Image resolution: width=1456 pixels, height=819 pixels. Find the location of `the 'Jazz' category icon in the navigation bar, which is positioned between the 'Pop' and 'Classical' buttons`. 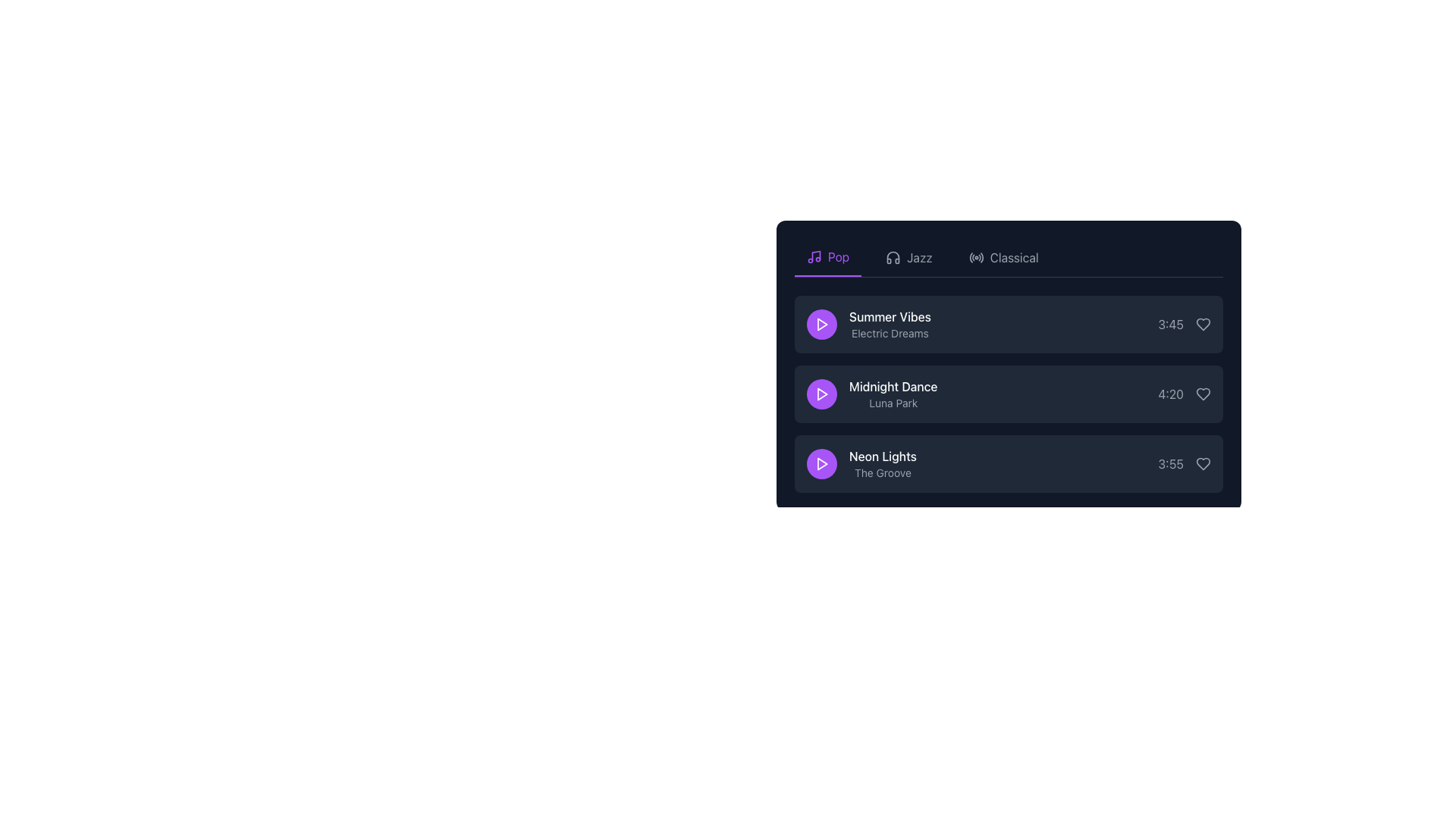

the 'Jazz' category icon in the navigation bar, which is positioned between the 'Pop' and 'Classical' buttons is located at coordinates (893, 256).